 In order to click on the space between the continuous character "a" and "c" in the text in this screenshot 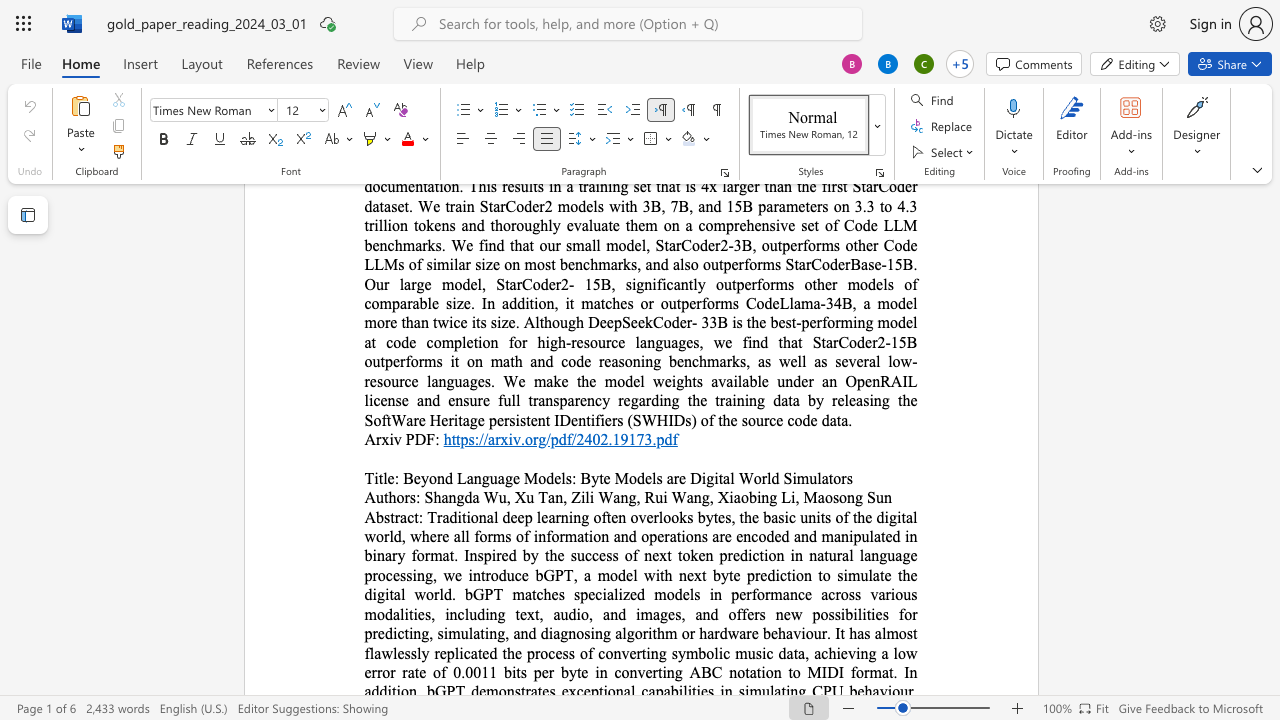, I will do `click(406, 516)`.